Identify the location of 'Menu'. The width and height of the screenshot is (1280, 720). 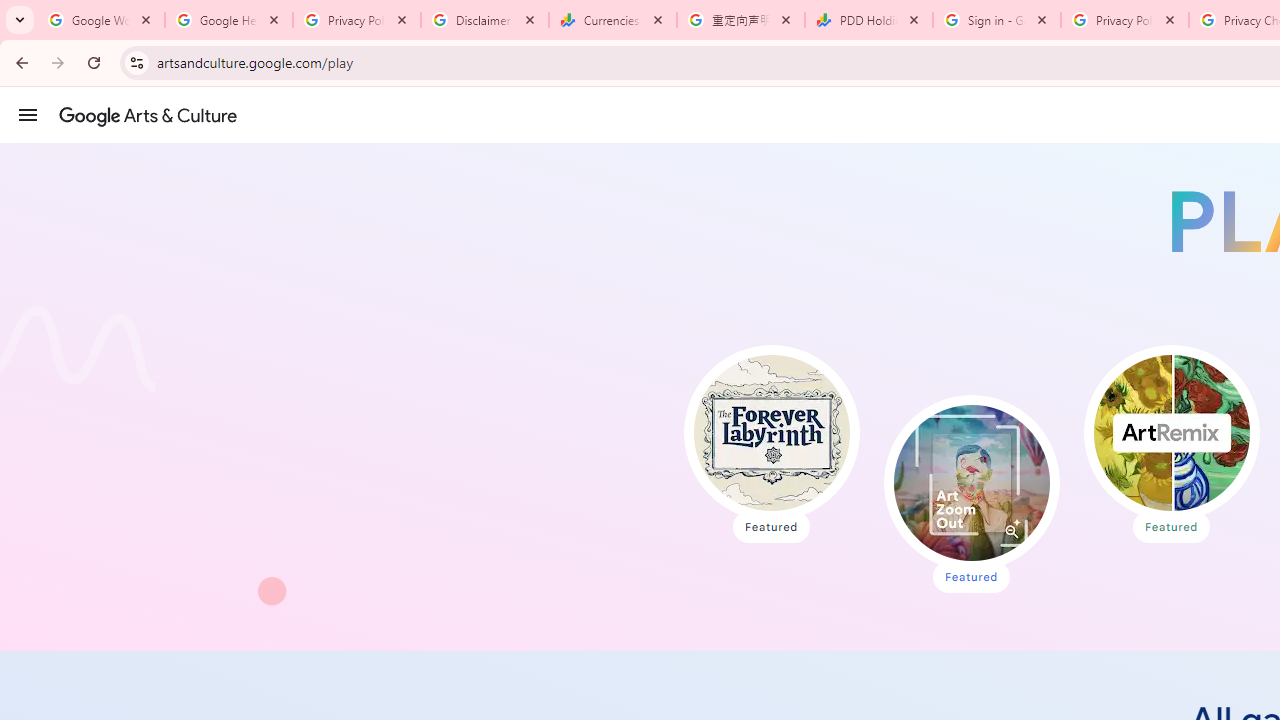
(28, 114).